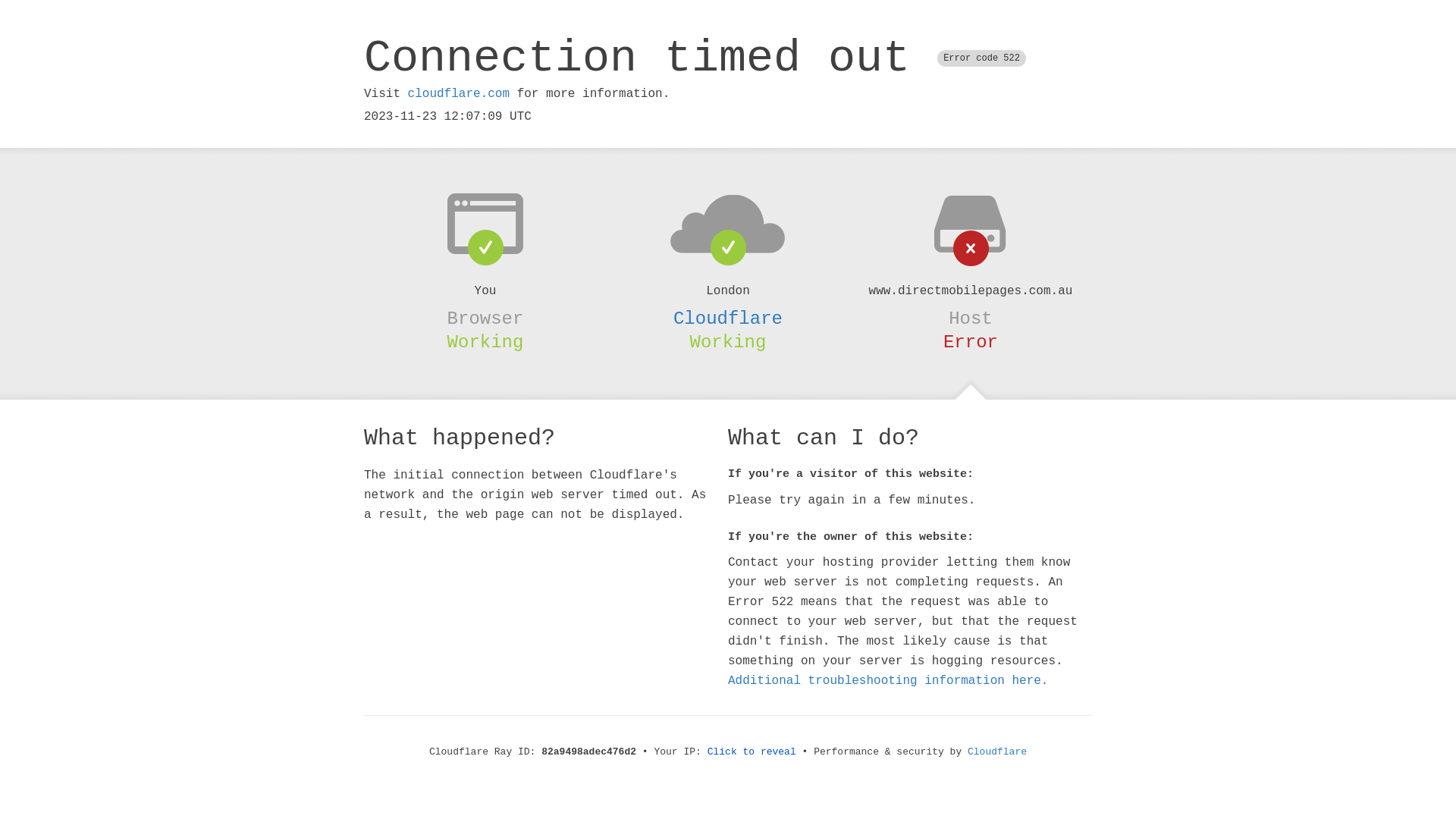 The height and width of the screenshot is (819, 1456). I want to click on 'Cloudflare', so click(967, 752).